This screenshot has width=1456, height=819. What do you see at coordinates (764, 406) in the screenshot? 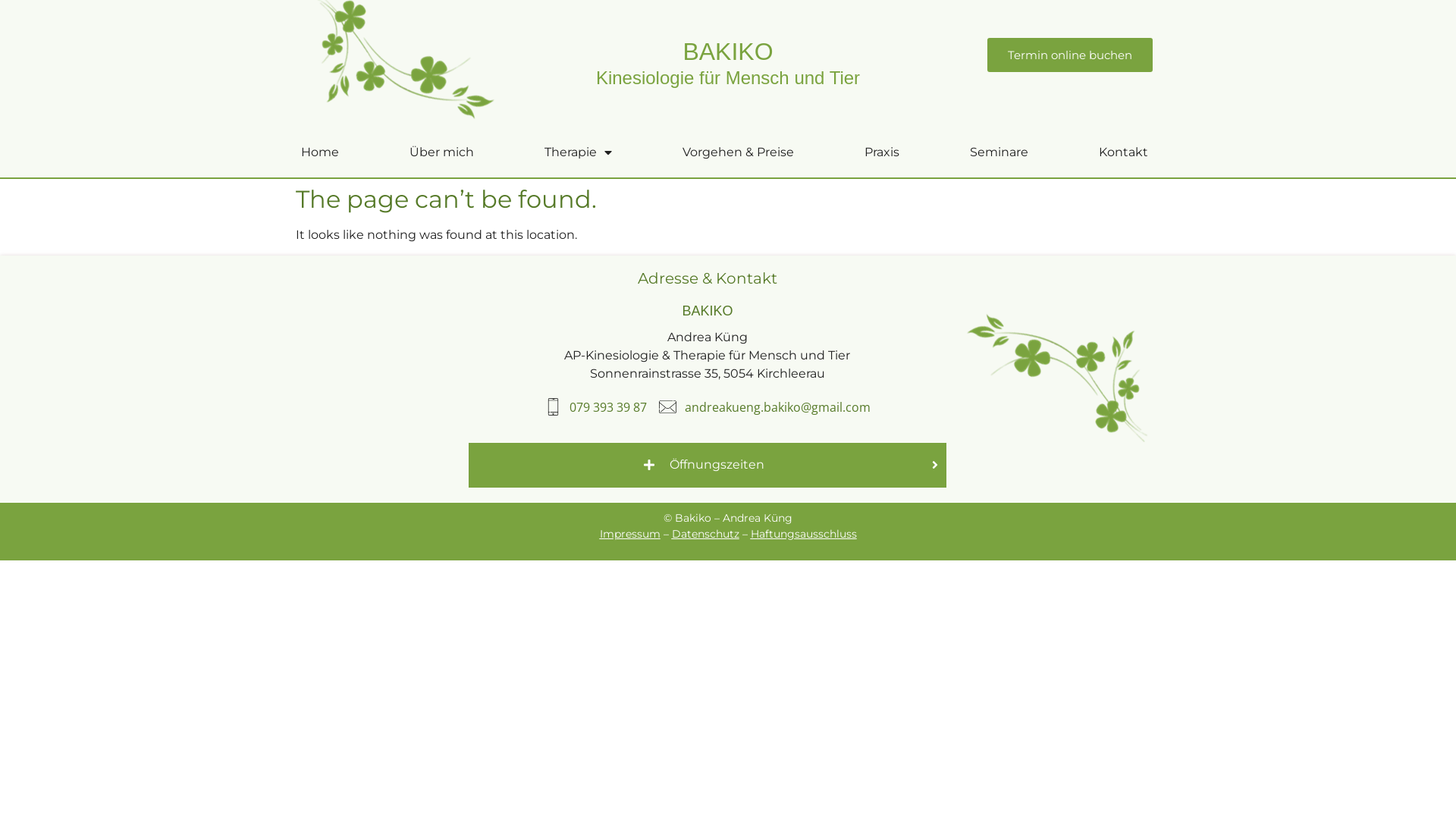
I see `'andreakueng.bakiko@gmail.com'` at bounding box center [764, 406].